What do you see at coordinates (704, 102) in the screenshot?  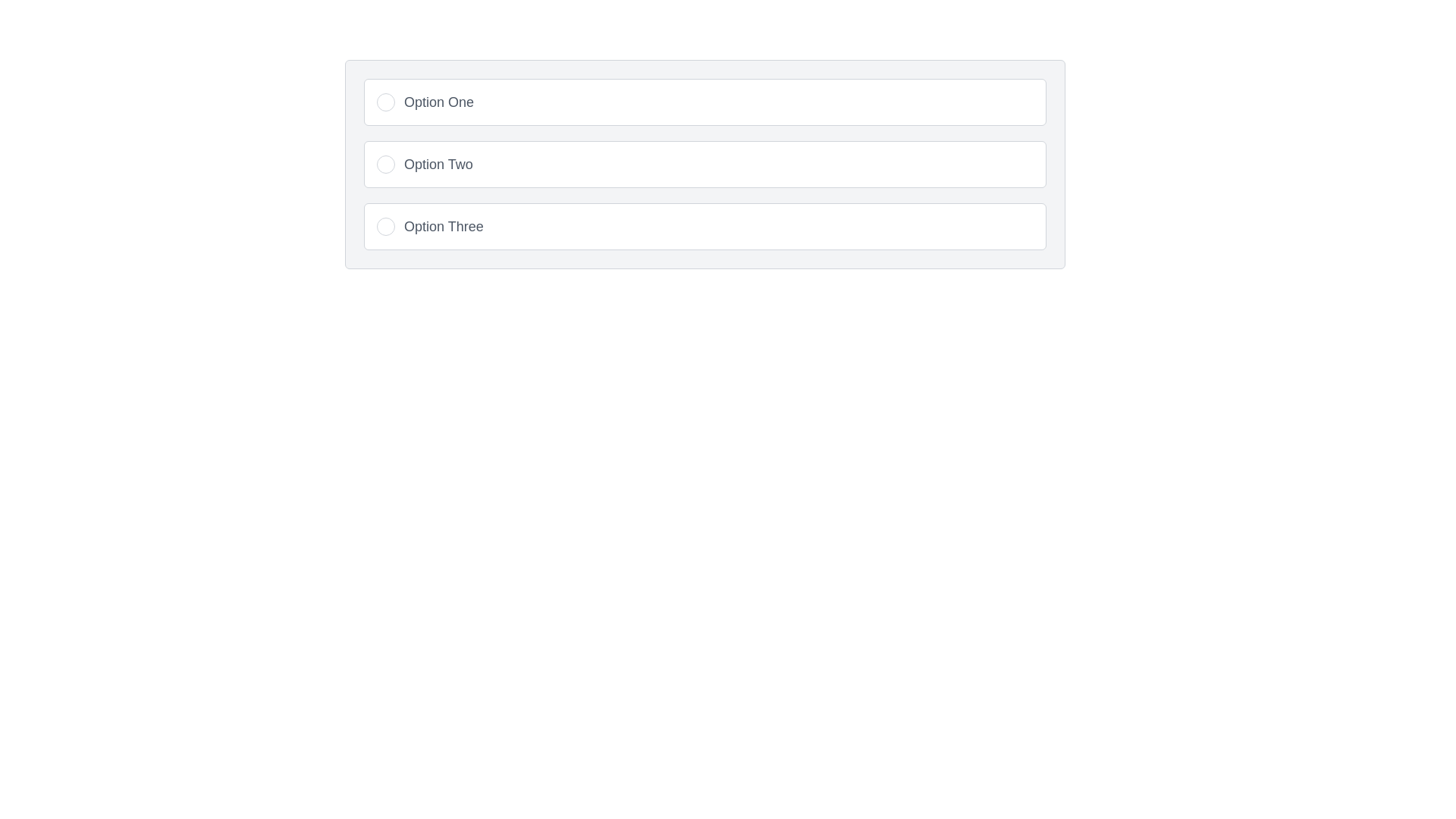 I see `the 'Option One' radio button, which is the first option in a vertical list of three` at bounding box center [704, 102].